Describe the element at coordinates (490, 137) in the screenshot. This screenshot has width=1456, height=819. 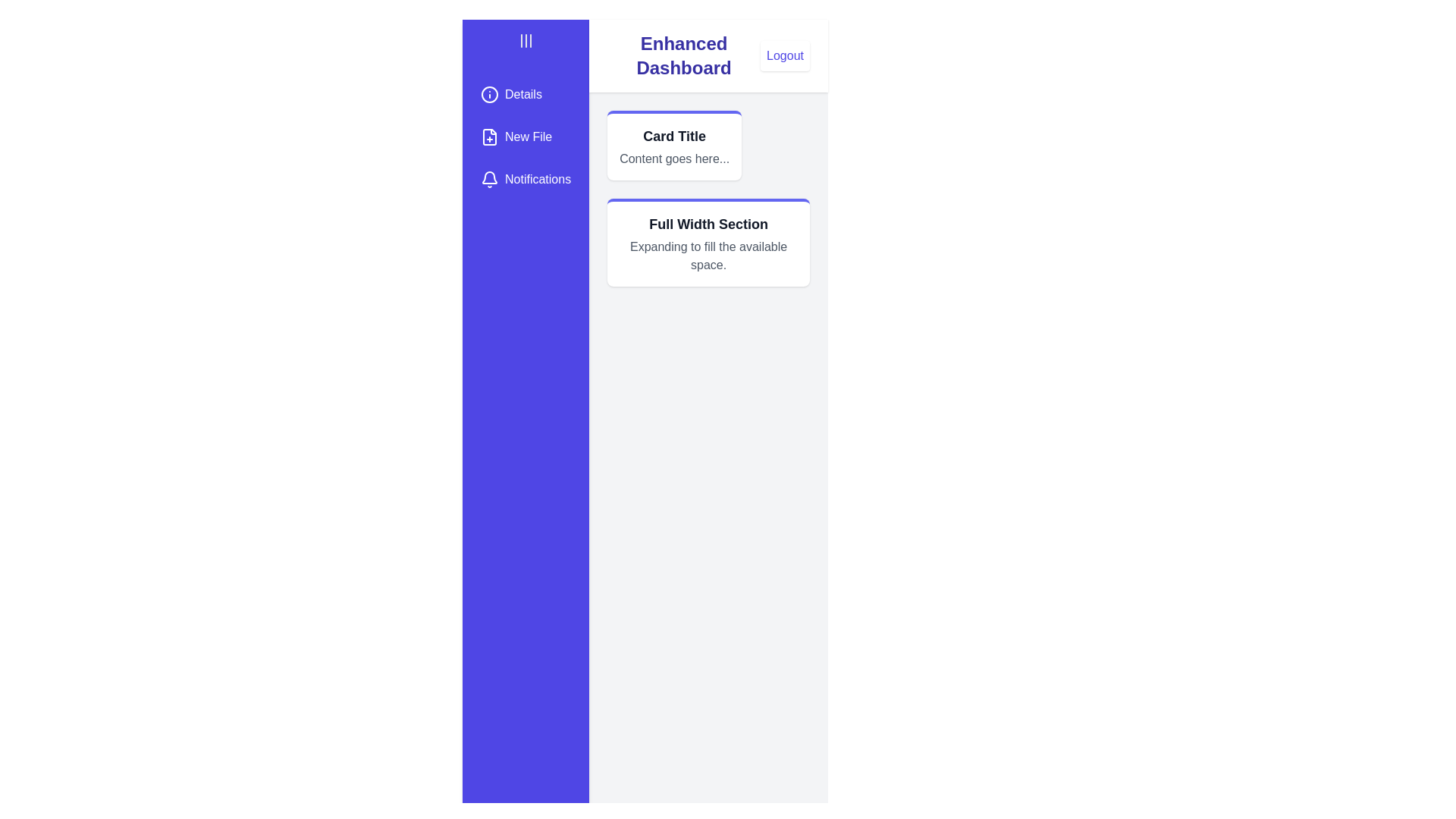
I see `the 'New File' icon in the sidebar menu` at that location.